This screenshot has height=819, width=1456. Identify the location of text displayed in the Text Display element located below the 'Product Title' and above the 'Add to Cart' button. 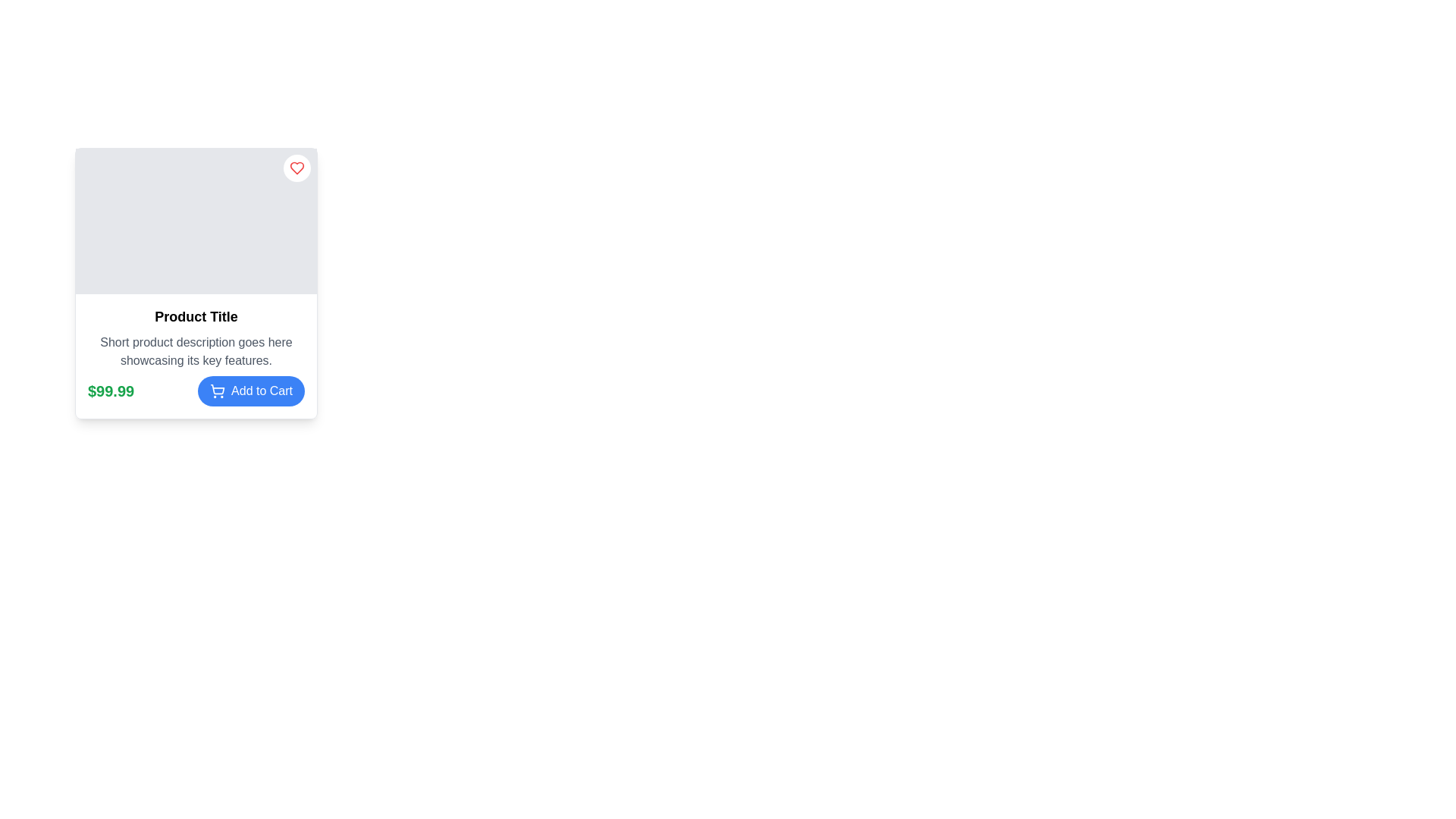
(196, 351).